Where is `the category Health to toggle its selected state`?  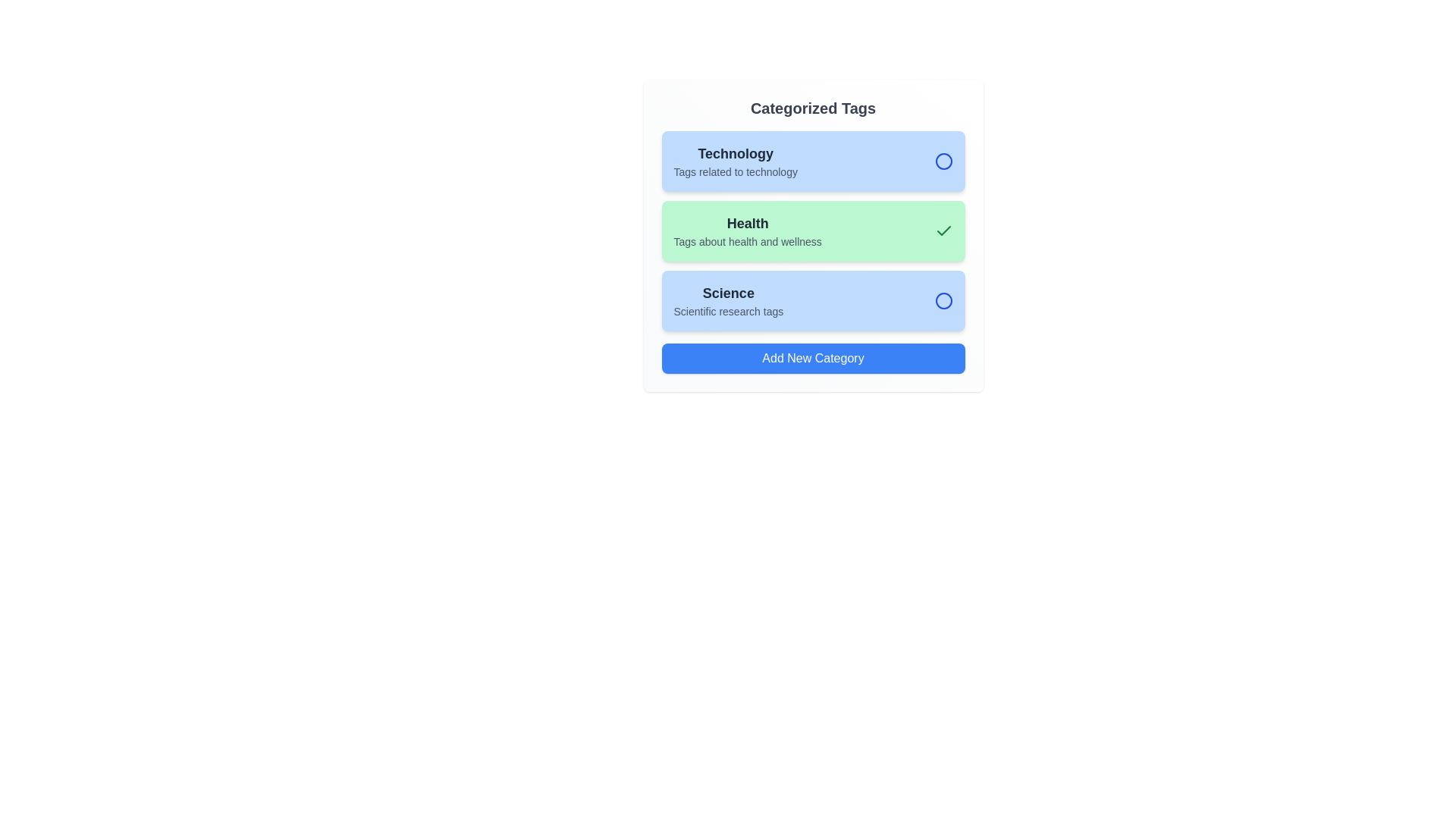
the category Health to toggle its selected state is located at coordinates (812, 231).